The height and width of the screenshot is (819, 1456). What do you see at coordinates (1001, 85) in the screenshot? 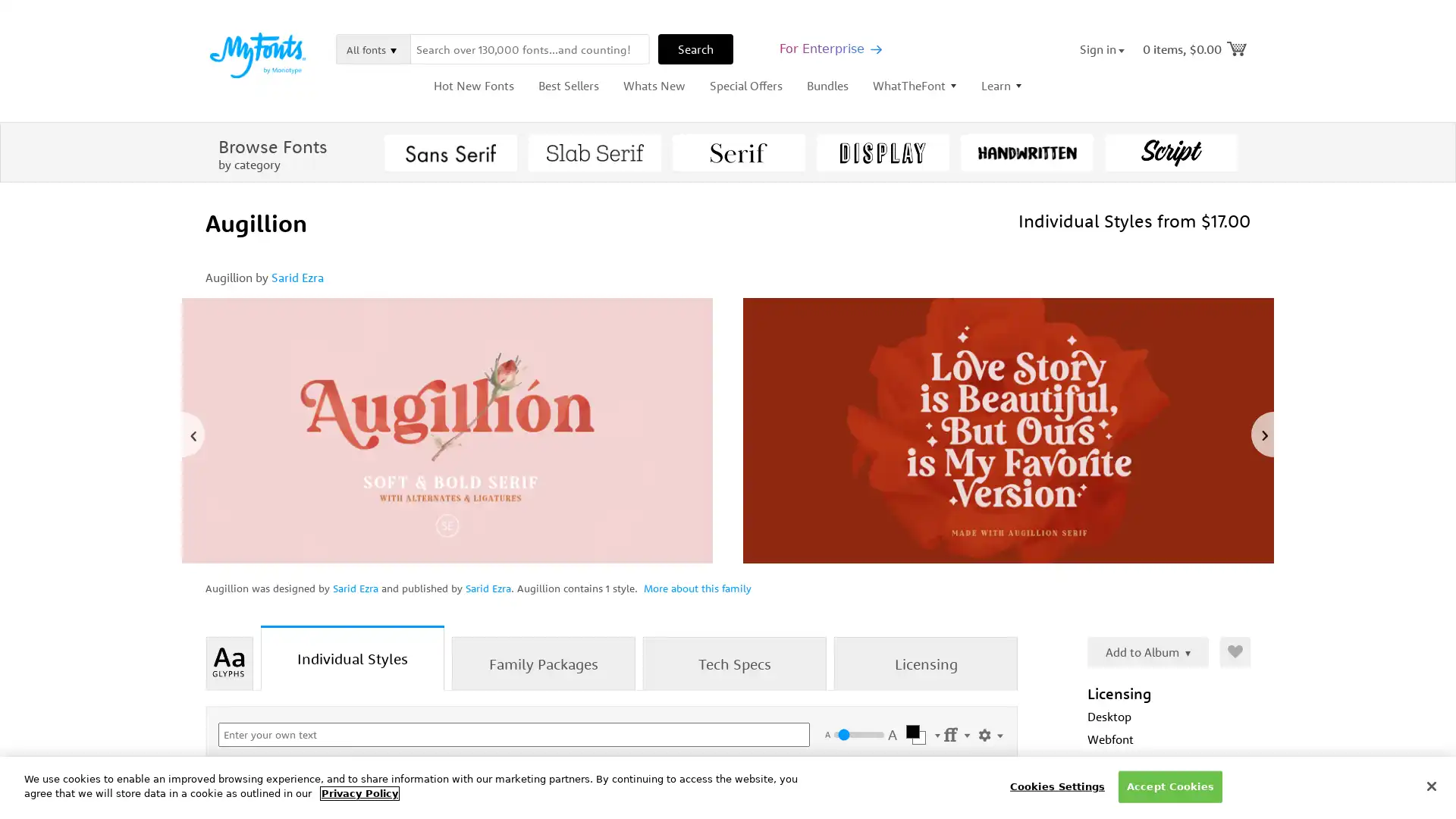
I see `Learn` at bounding box center [1001, 85].